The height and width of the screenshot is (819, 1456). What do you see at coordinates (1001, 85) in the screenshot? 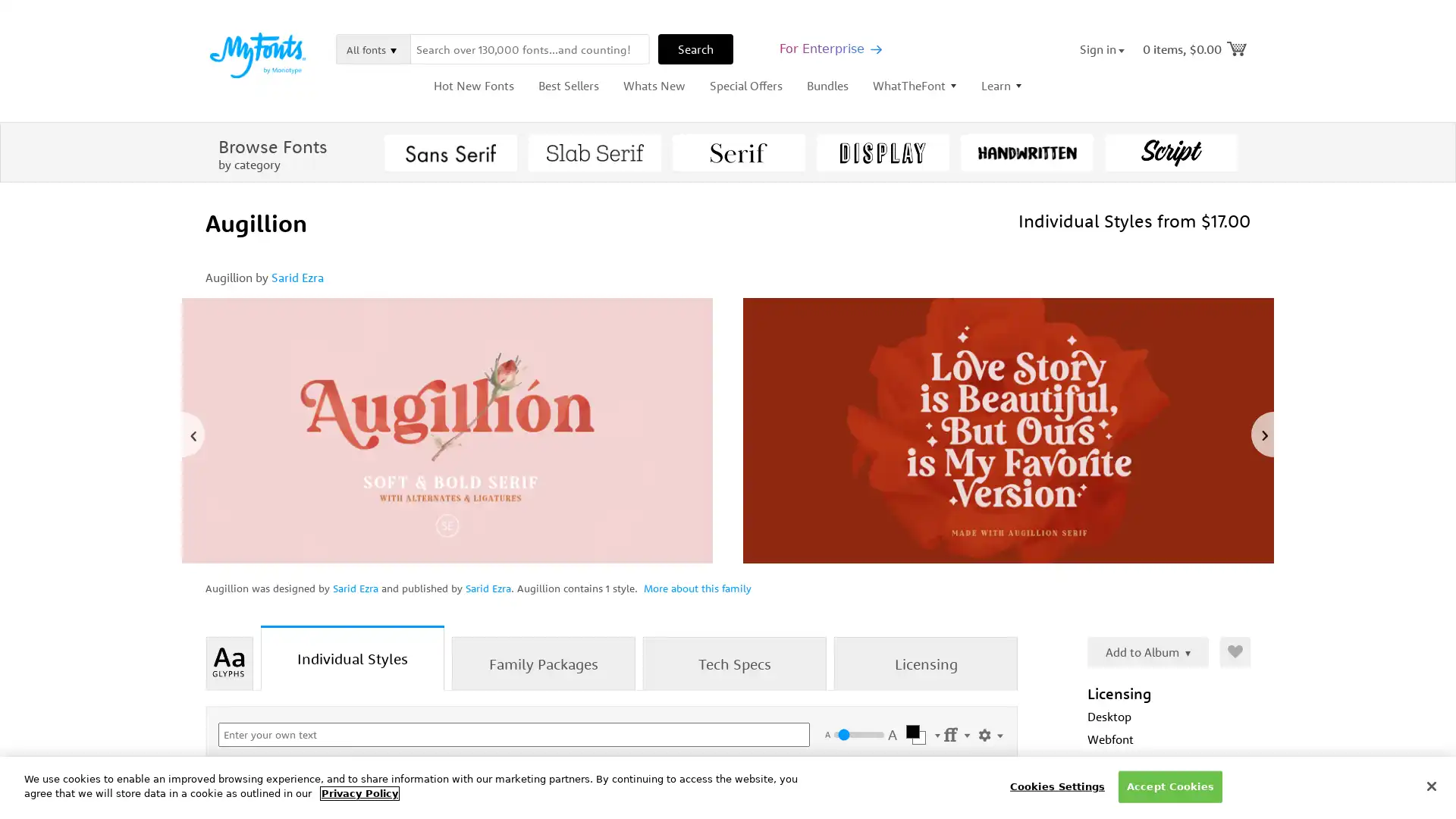
I see `Learn` at bounding box center [1001, 85].